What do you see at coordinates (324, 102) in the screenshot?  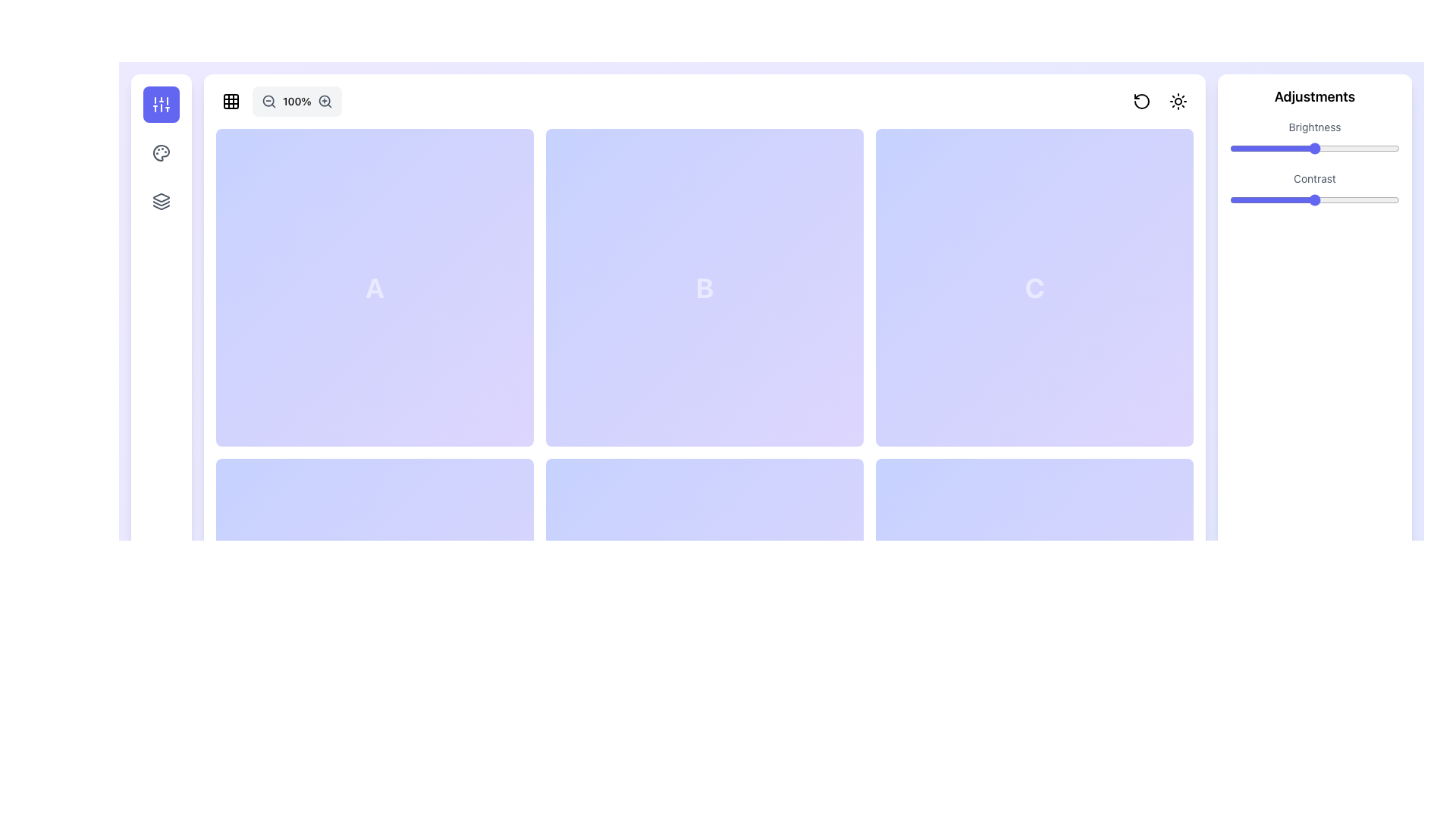 I see `the zoom-in icon located at the end of the horizontal toolbar next to the '100%' text to increase the zoom level` at bounding box center [324, 102].